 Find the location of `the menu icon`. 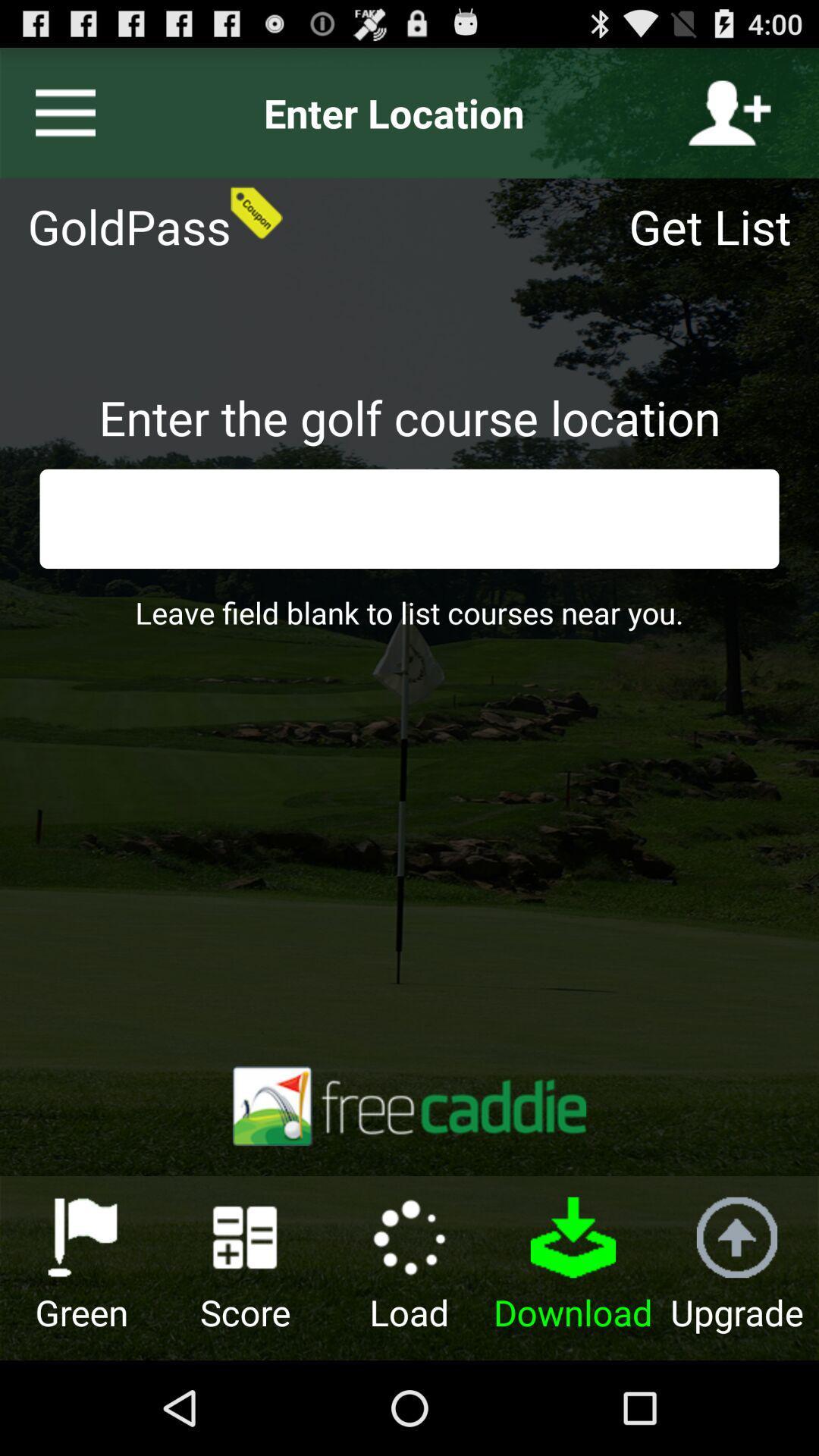

the menu icon is located at coordinates (58, 120).